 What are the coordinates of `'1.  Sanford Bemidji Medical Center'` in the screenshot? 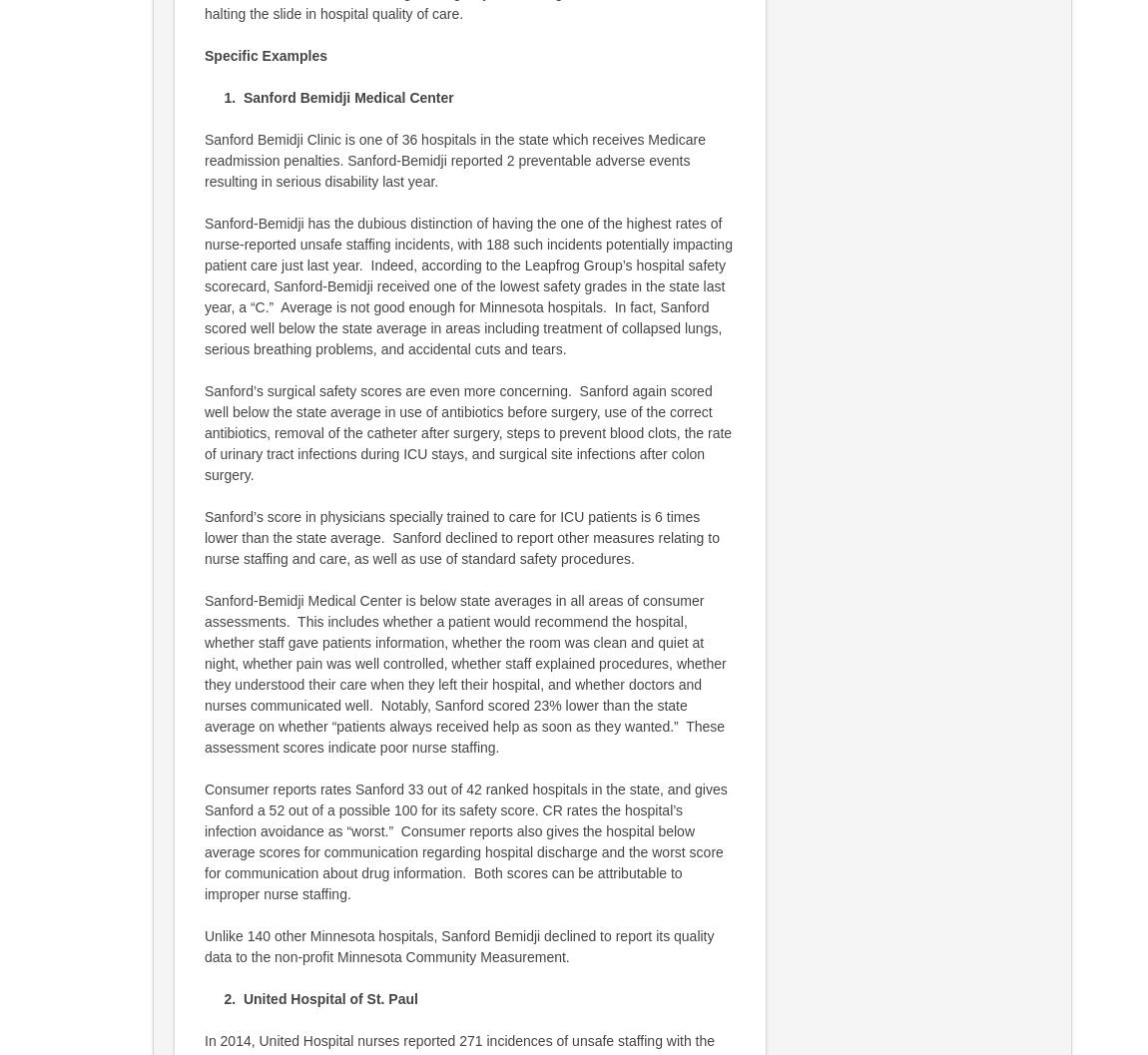 It's located at (204, 96).